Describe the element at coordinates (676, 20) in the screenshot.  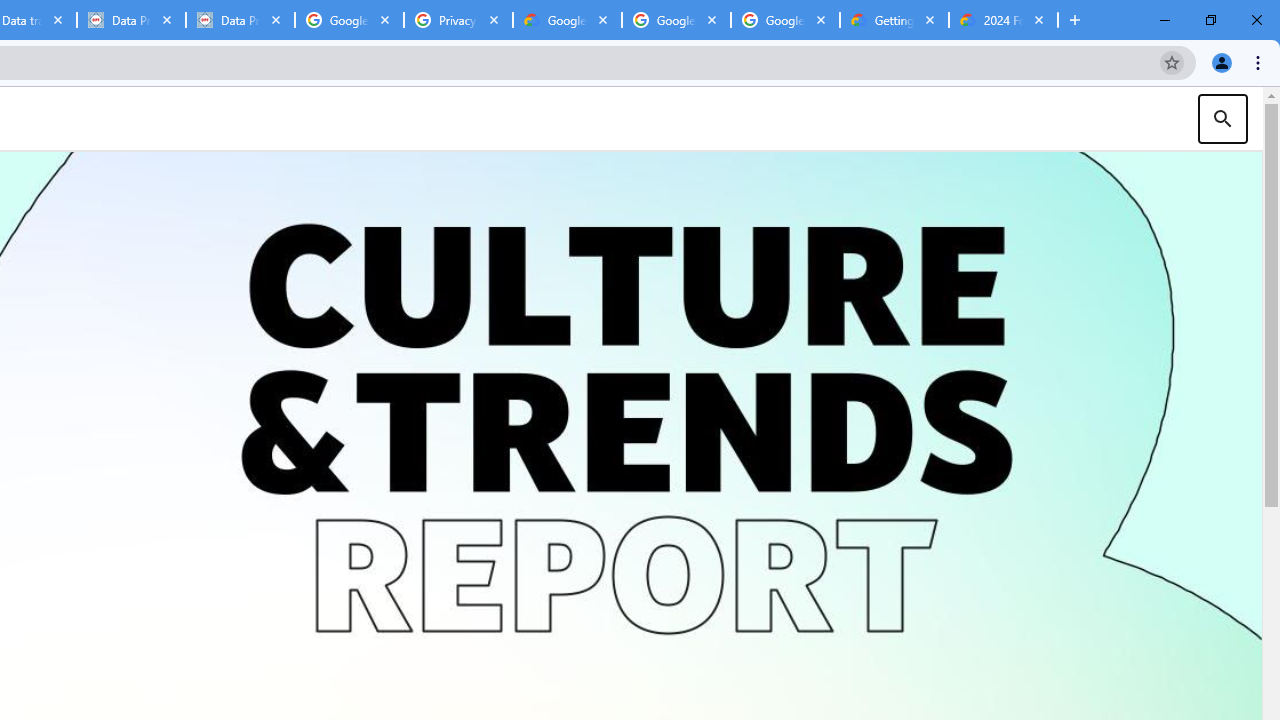
I see `'Google Workspace - Specific Terms'` at that location.